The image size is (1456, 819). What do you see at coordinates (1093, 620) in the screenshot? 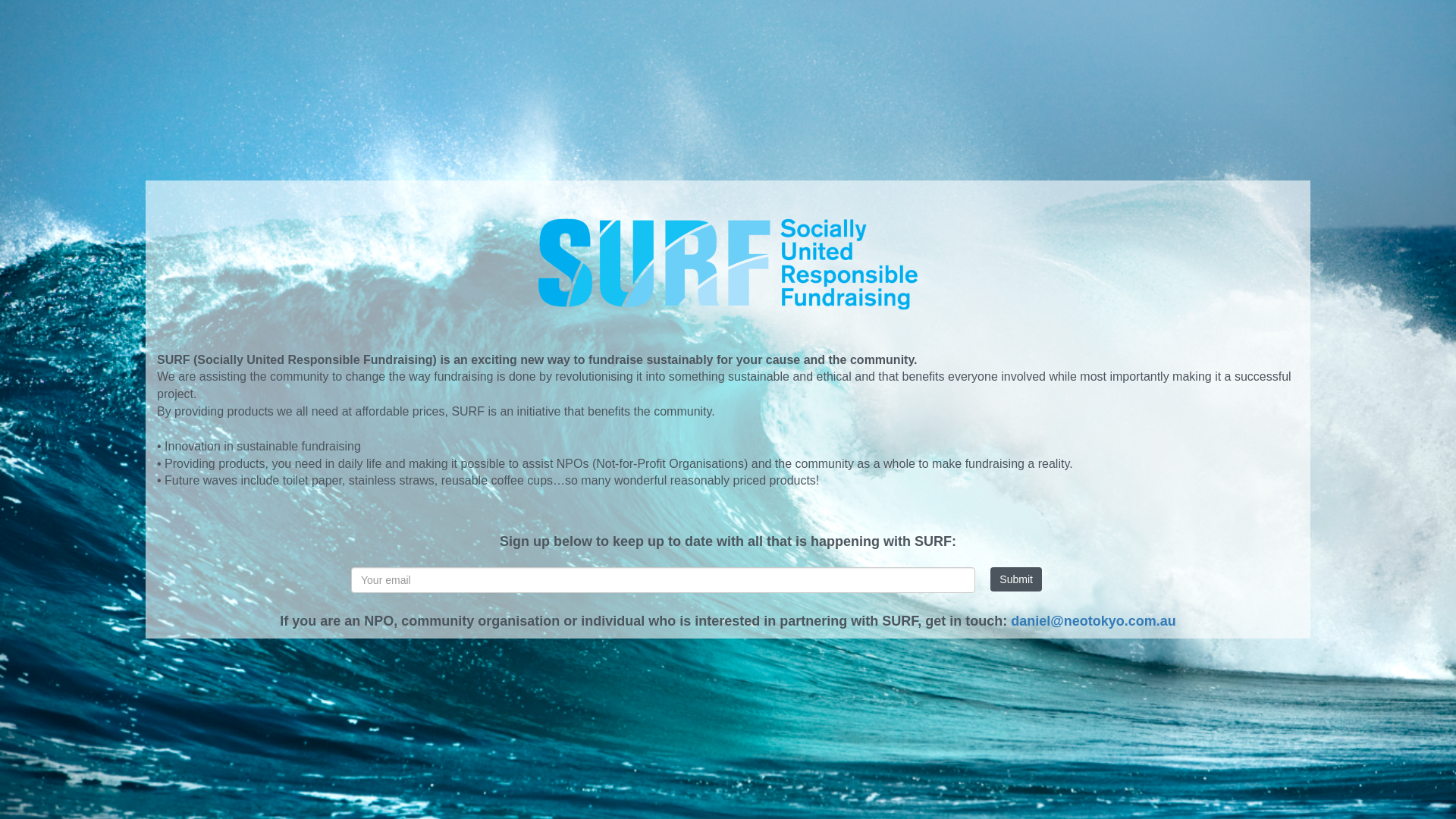
I see `'daniel@neotokyo.com.au'` at bounding box center [1093, 620].